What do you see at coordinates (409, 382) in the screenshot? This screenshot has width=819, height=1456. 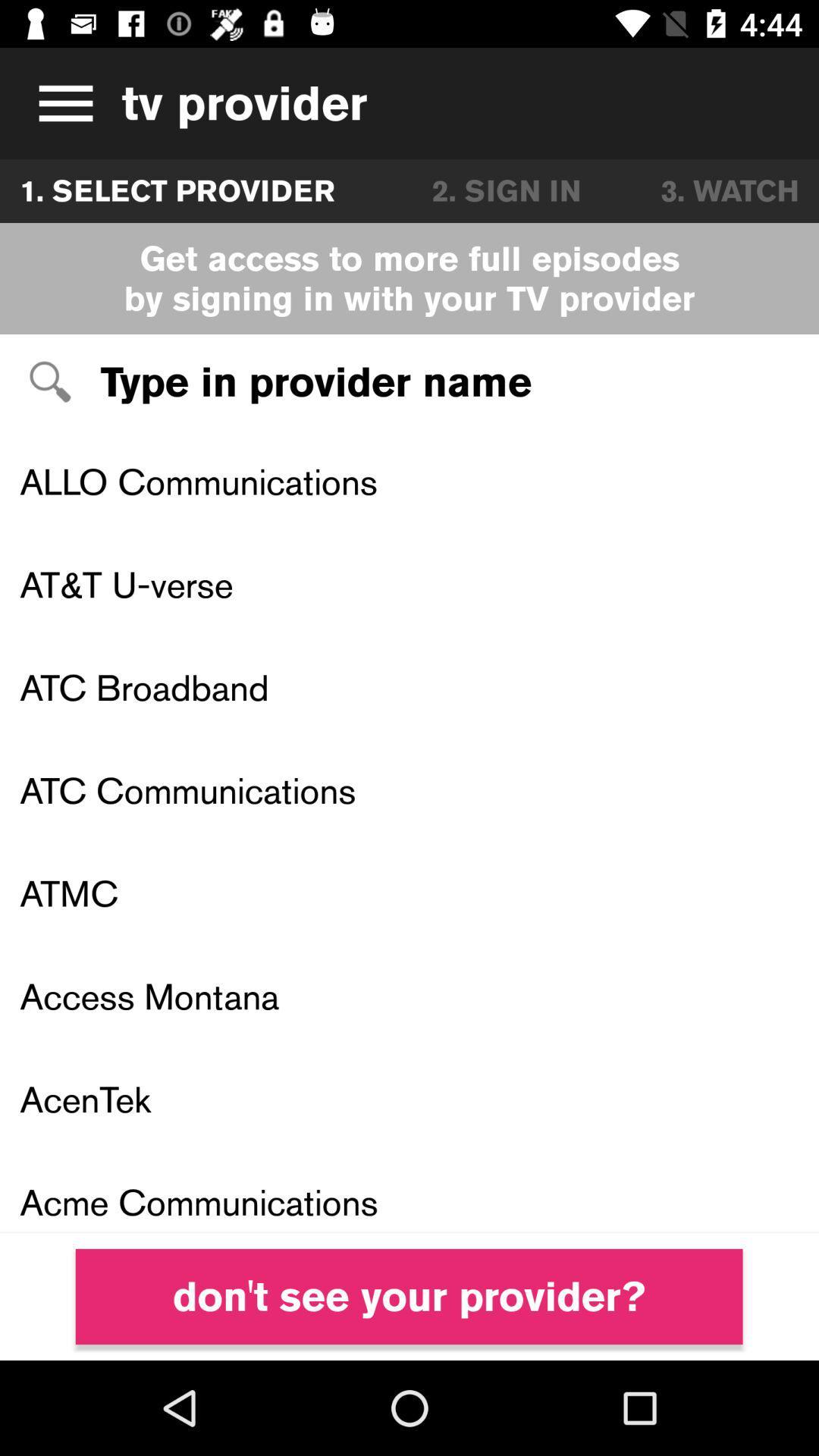 I see `type name` at bounding box center [409, 382].